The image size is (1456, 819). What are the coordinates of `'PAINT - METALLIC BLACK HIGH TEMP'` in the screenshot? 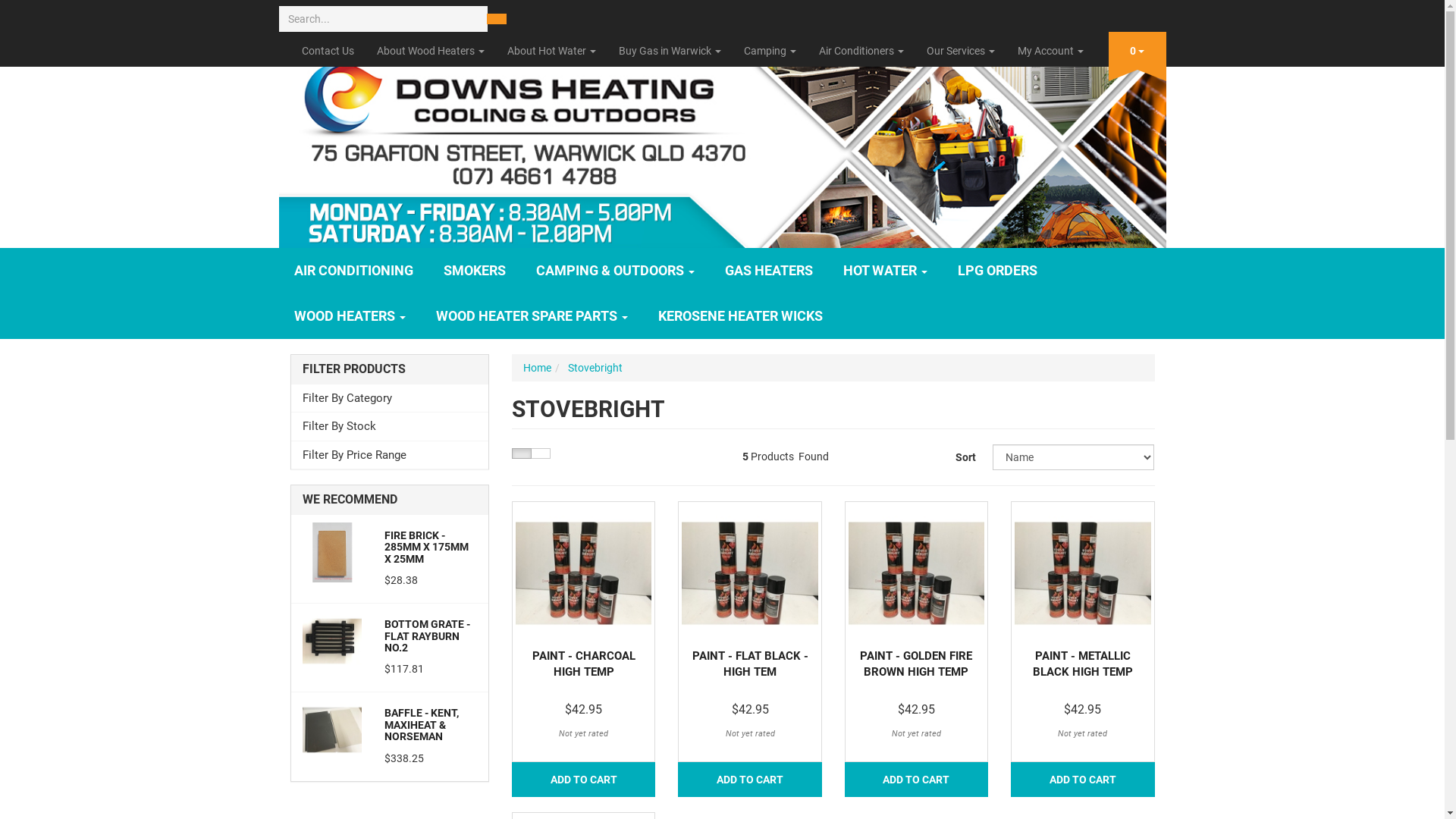 It's located at (1081, 663).